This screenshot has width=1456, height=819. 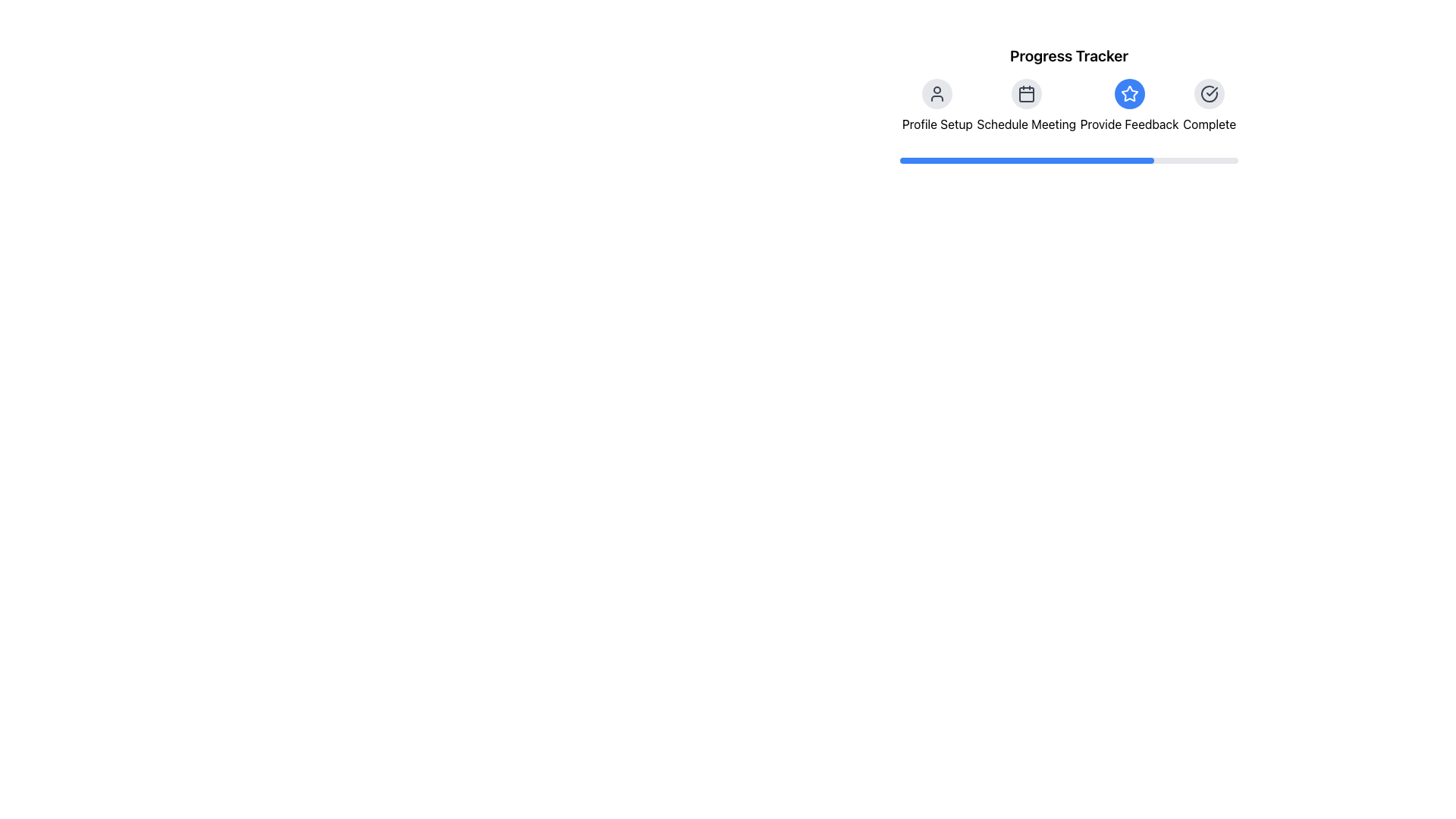 I want to click on the circular checkmark icon located at the far-right position among a series of similar icons above the progress tracker, so click(x=1209, y=93).